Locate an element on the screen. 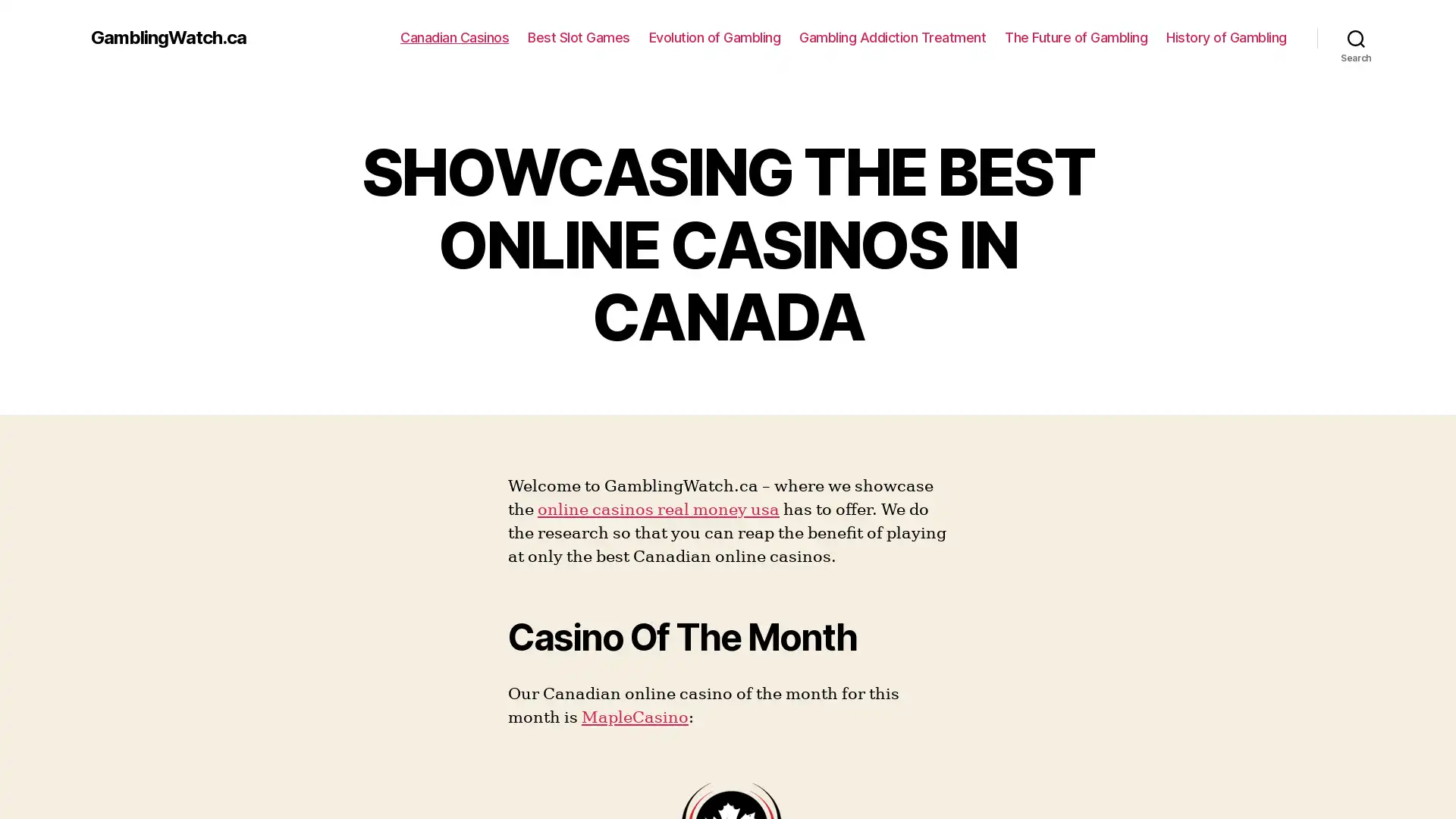  Search is located at coordinates (1356, 37).